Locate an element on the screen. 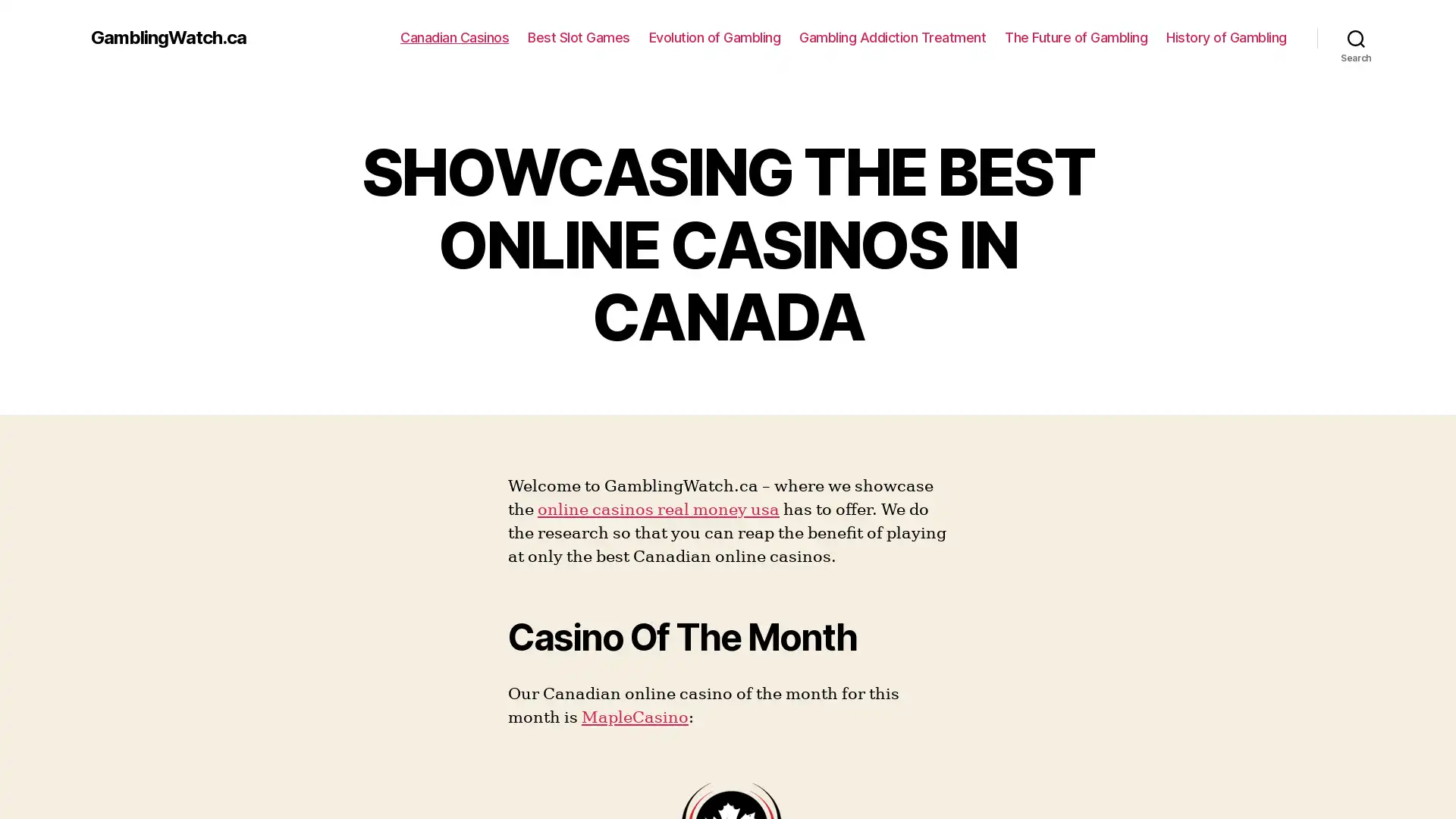  Search is located at coordinates (1356, 37).